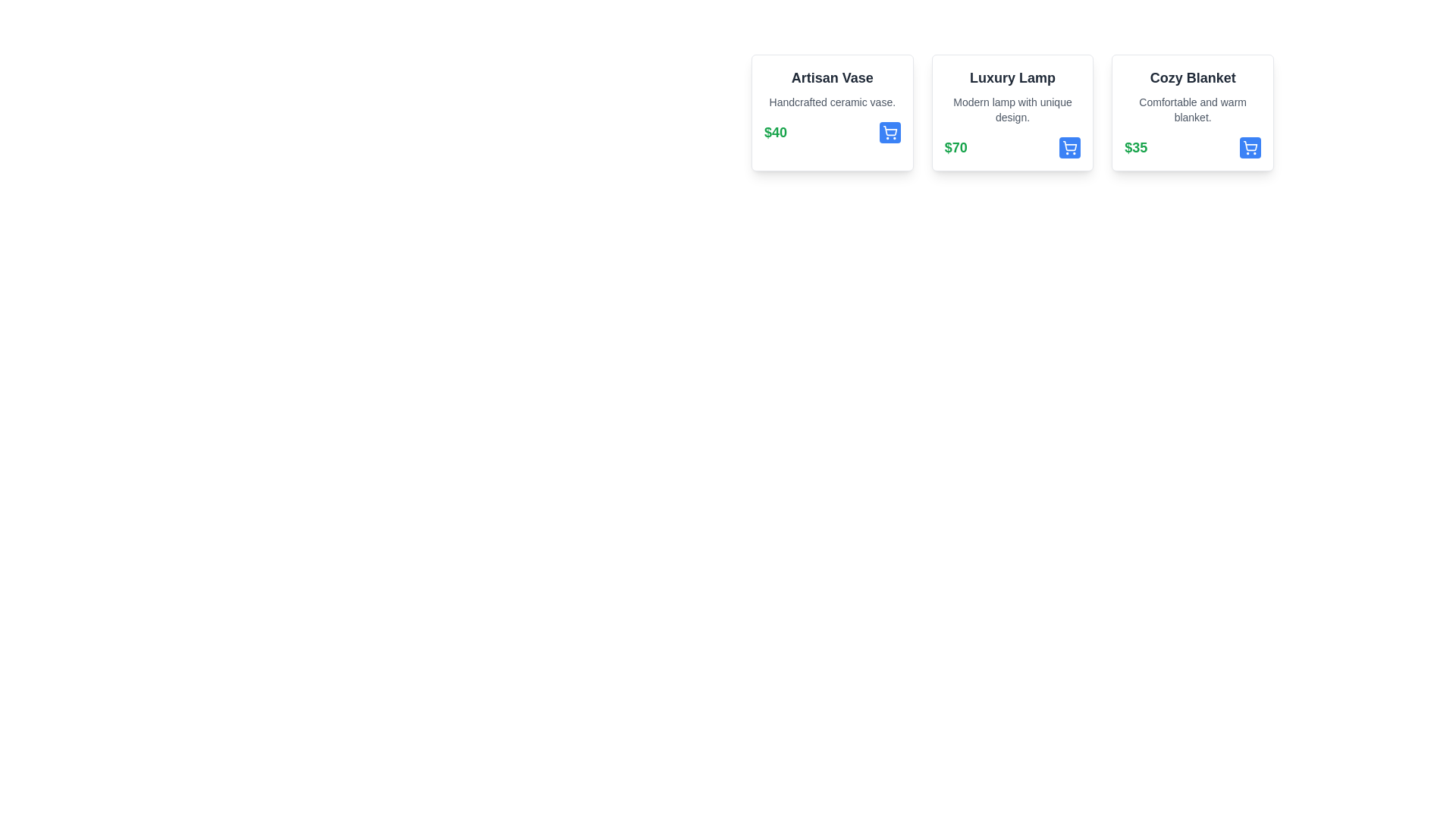 The image size is (1456, 819). What do you see at coordinates (1192, 78) in the screenshot?
I see `text header 'Cozy Blanket' which is prominently displayed in bold, large font within a white rectangular card at the top of the third card in a group of three similar cards` at bounding box center [1192, 78].